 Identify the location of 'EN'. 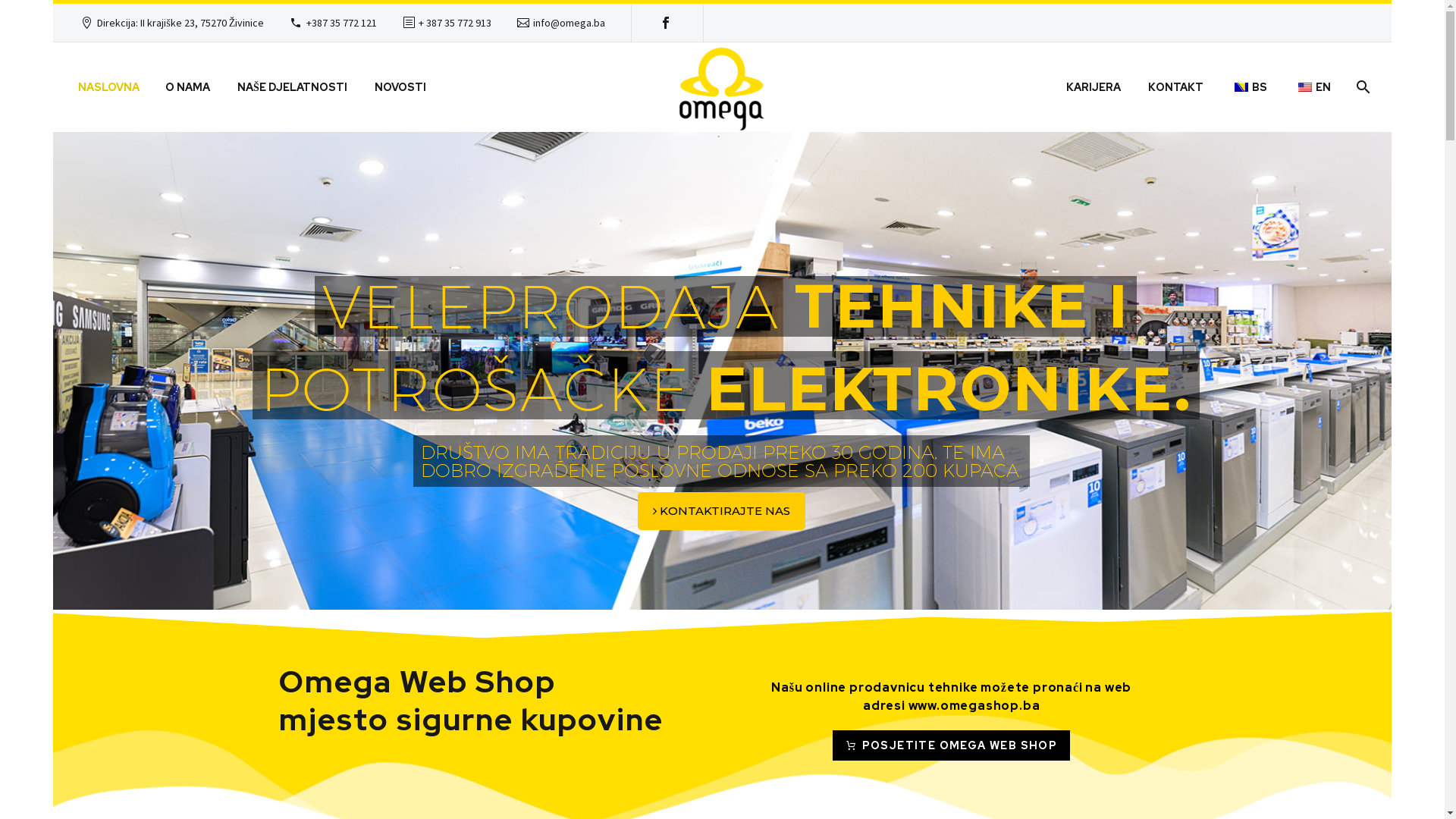
(1312, 87).